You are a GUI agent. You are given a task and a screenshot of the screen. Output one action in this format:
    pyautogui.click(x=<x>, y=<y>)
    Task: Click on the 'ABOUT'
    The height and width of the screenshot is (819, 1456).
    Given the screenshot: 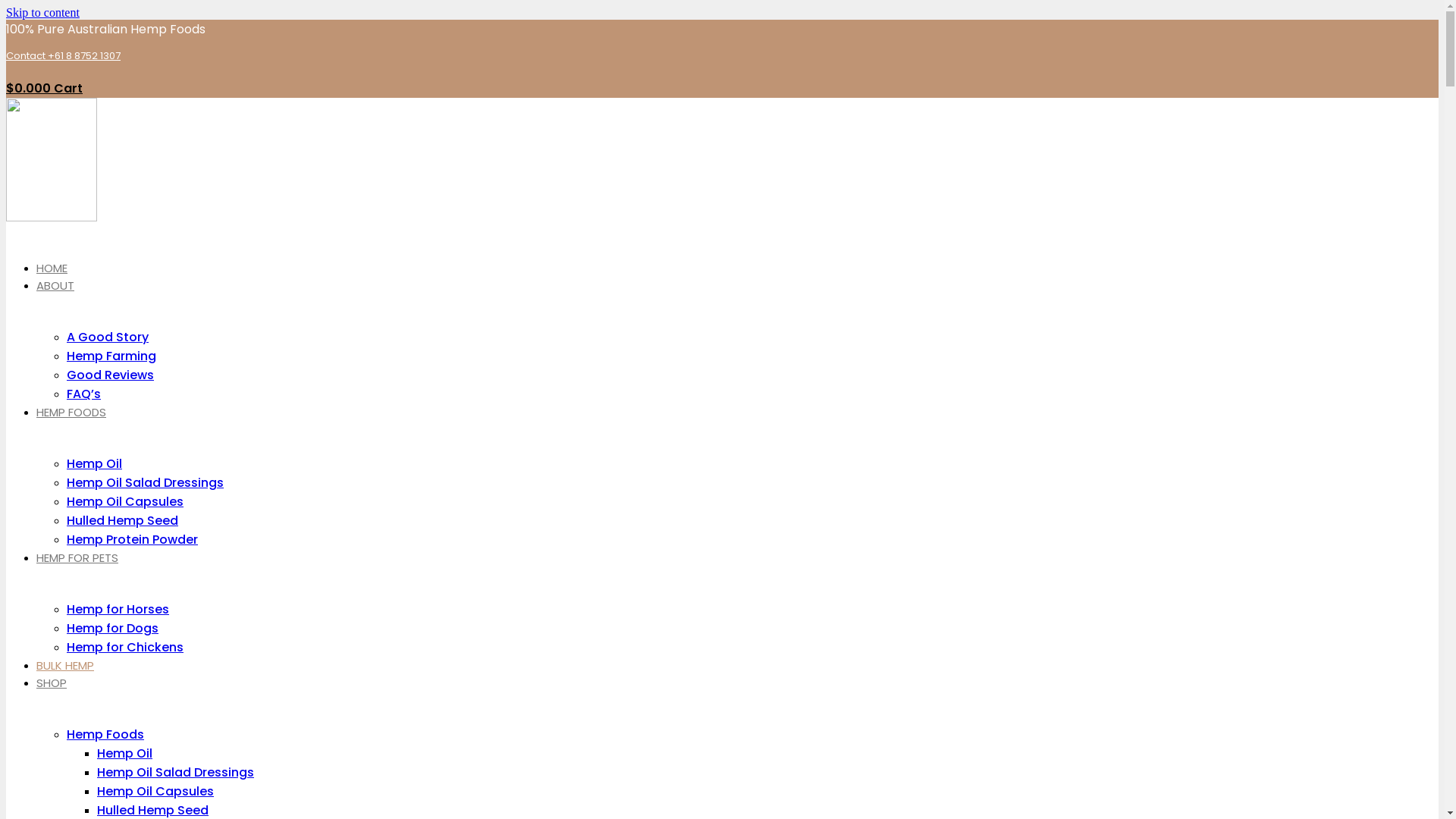 What is the action you would take?
    pyautogui.click(x=55, y=285)
    